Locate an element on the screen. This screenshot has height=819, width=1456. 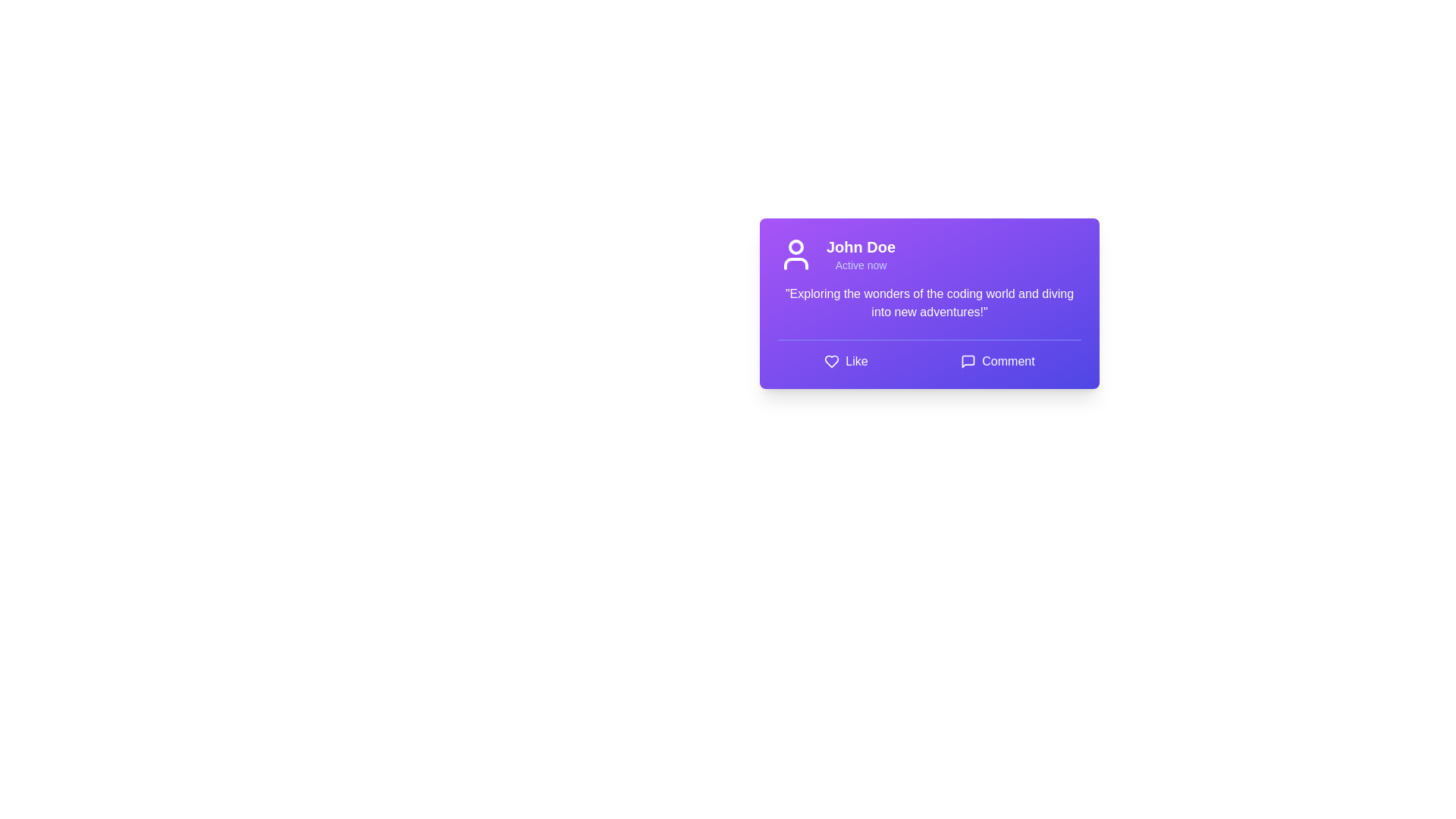
the text label displaying 'John Doe' in bold font, located in the upper section of a purple card, to the right of an avatar icon and above the 'Active now' text is located at coordinates (861, 246).